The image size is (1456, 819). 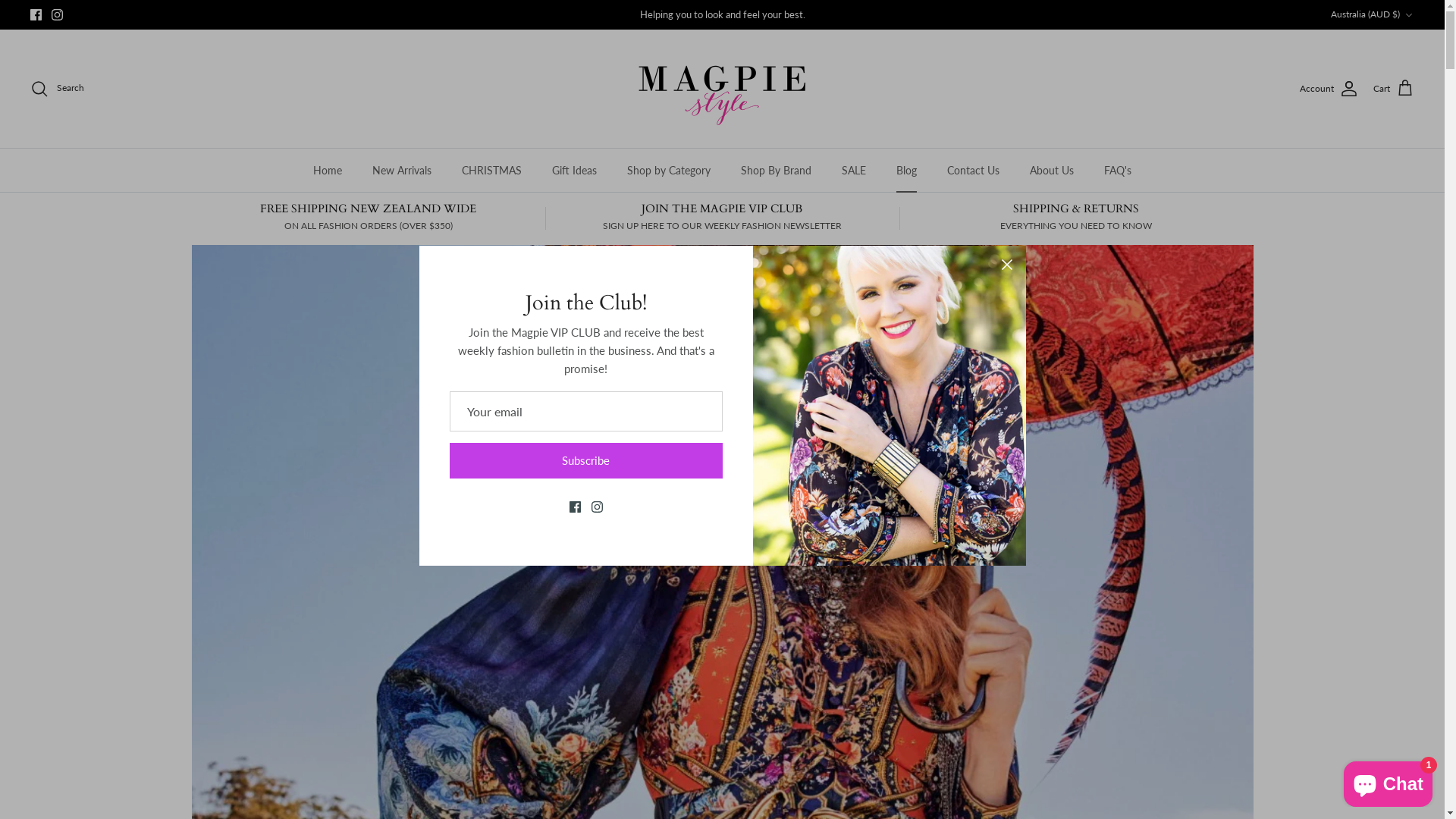 I want to click on 'SALE', so click(x=854, y=170).